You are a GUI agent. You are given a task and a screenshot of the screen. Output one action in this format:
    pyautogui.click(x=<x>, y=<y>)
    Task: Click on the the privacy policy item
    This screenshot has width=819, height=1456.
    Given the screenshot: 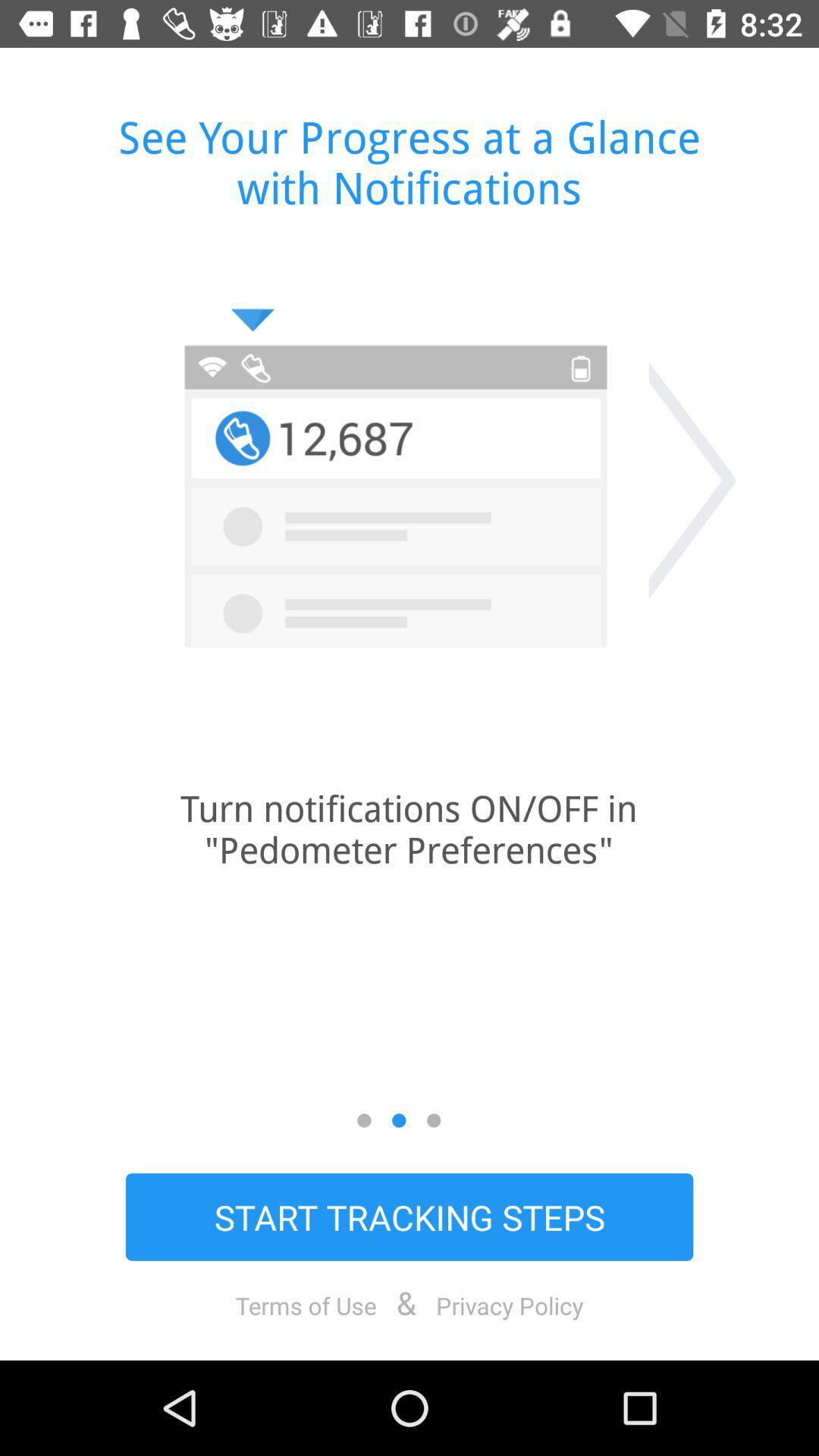 What is the action you would take?
    pyautogui.click(x=510, y=1304)
    